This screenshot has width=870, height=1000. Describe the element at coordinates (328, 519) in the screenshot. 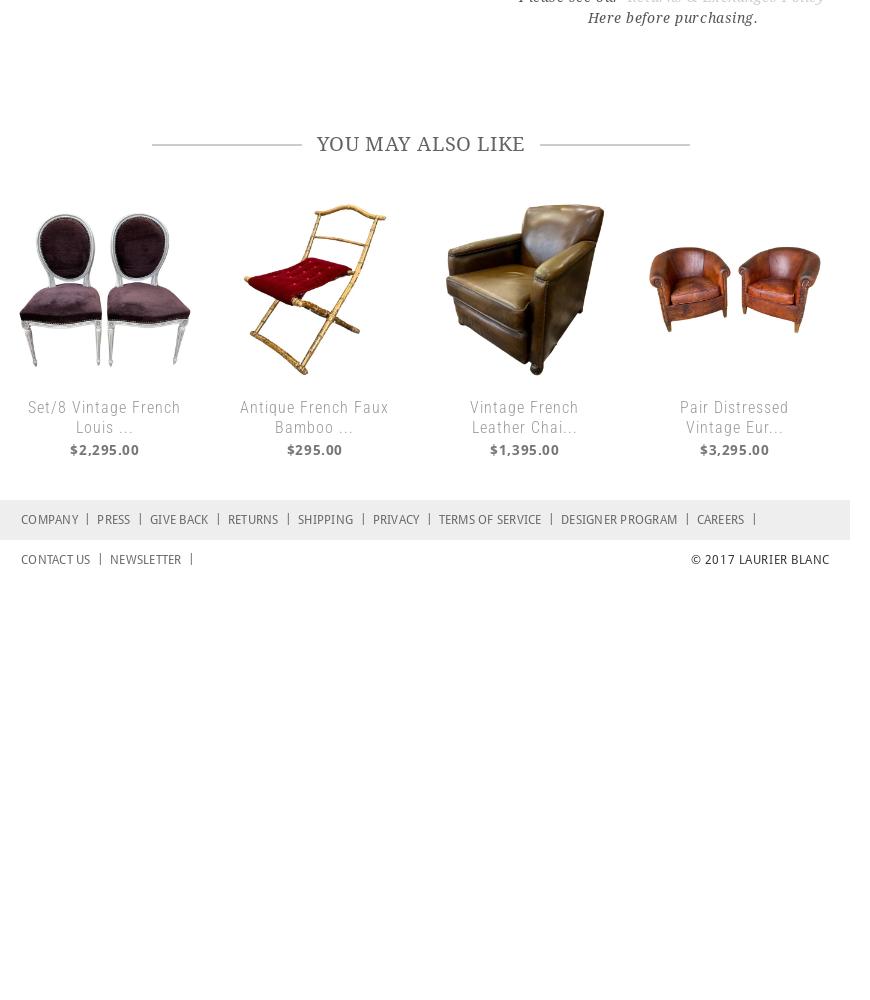

I see `'Shipping'` at that location.